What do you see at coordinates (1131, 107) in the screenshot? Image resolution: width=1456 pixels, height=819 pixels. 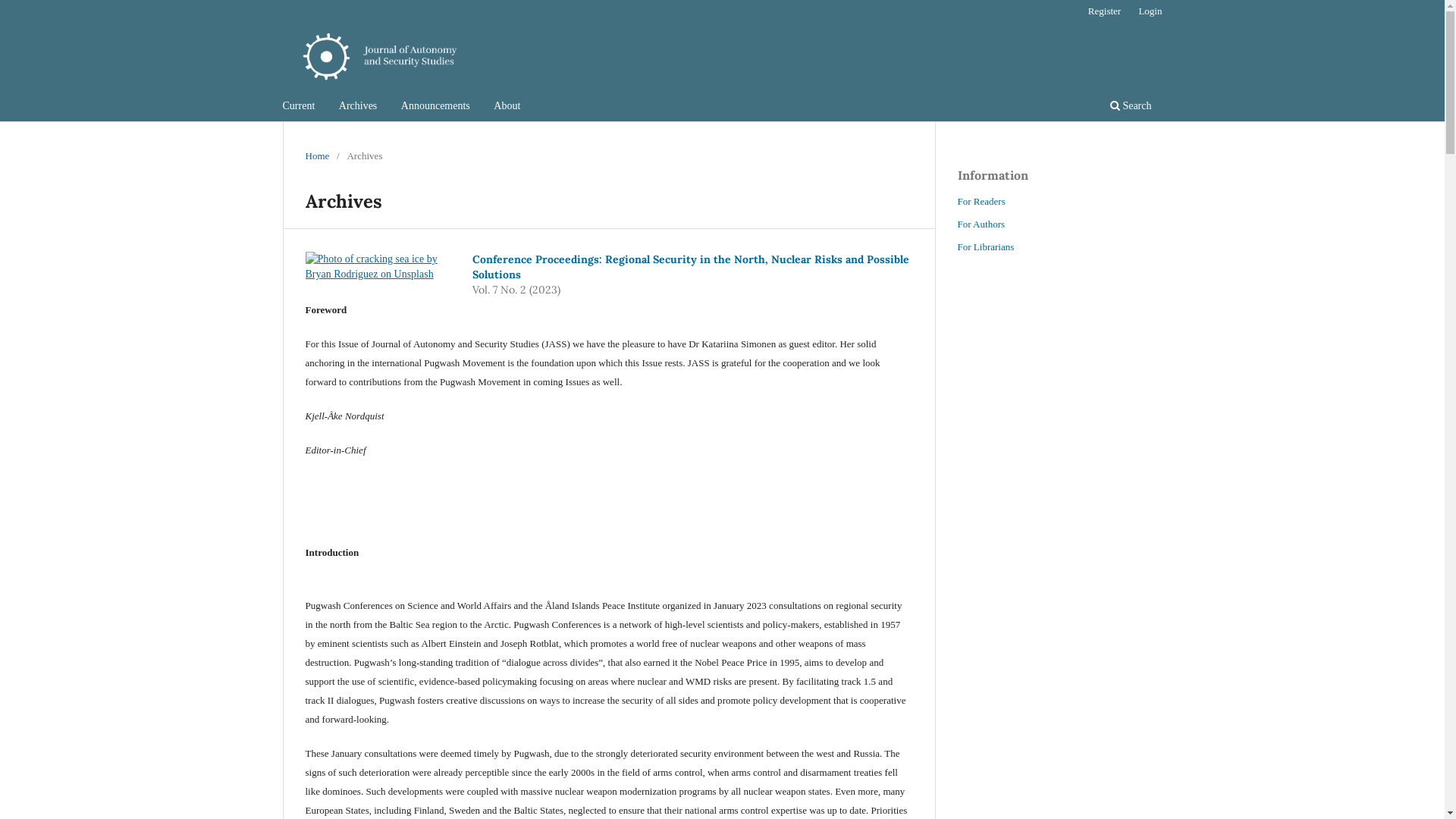 I see `'Search'` at bounding box center [1131, 107].